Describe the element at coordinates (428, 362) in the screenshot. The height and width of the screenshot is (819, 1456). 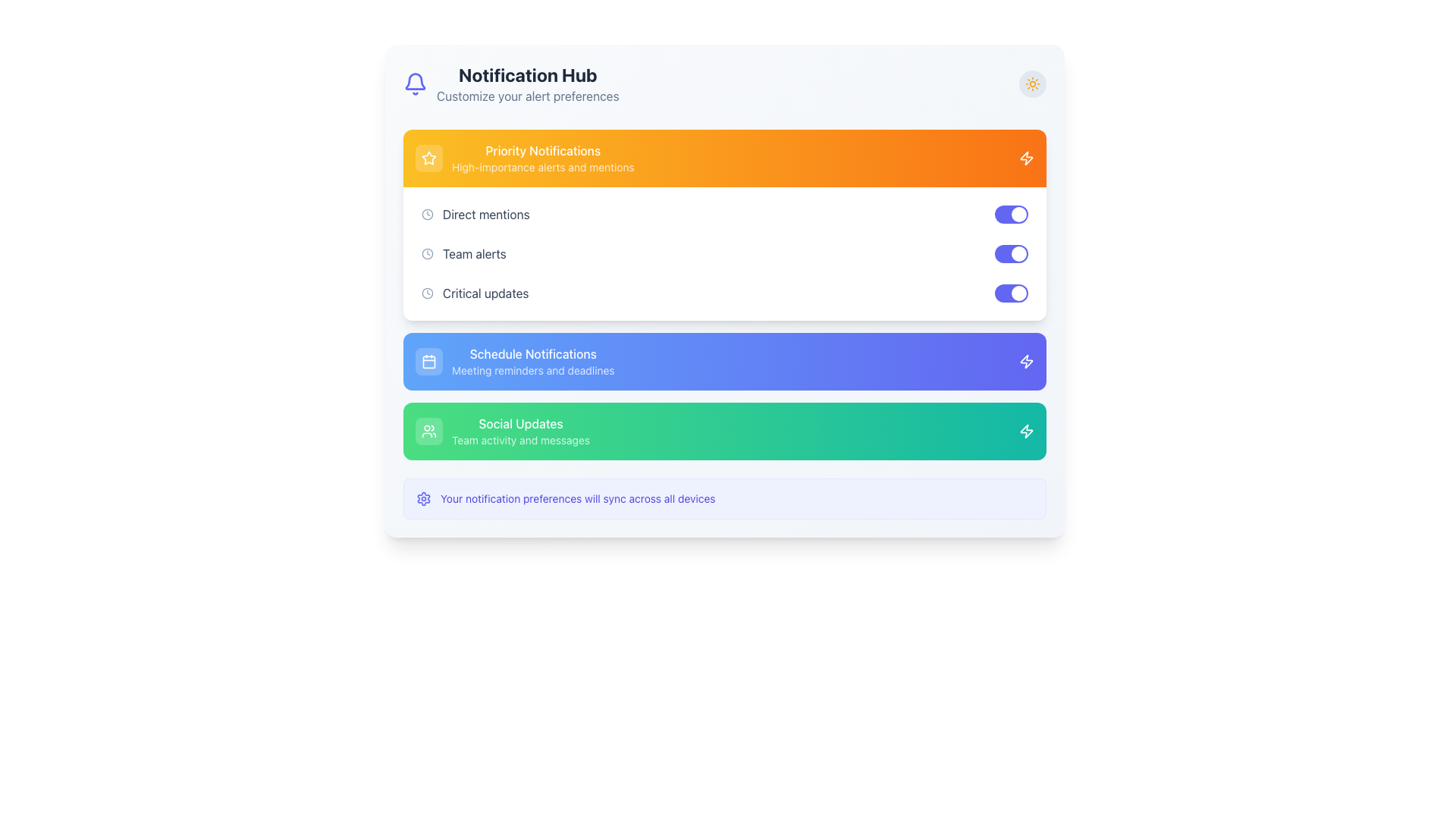
I see `the detailed design of the schedule notifications SVG icon located to the left of the section title within the blue notification card` at that location.